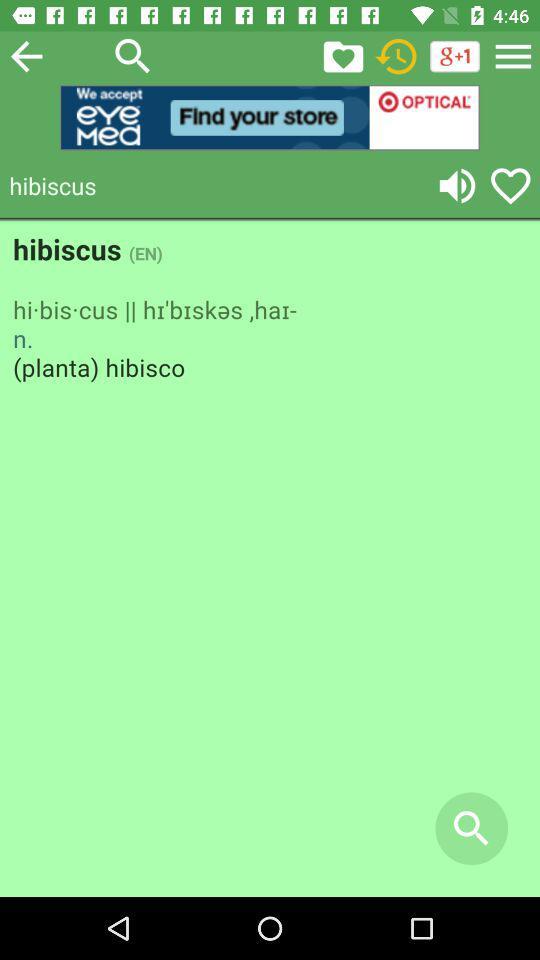  What do you see at coordinates (270, 117) in the screenshot?
I see `advertisement banner` at bounding box center [270, 117].